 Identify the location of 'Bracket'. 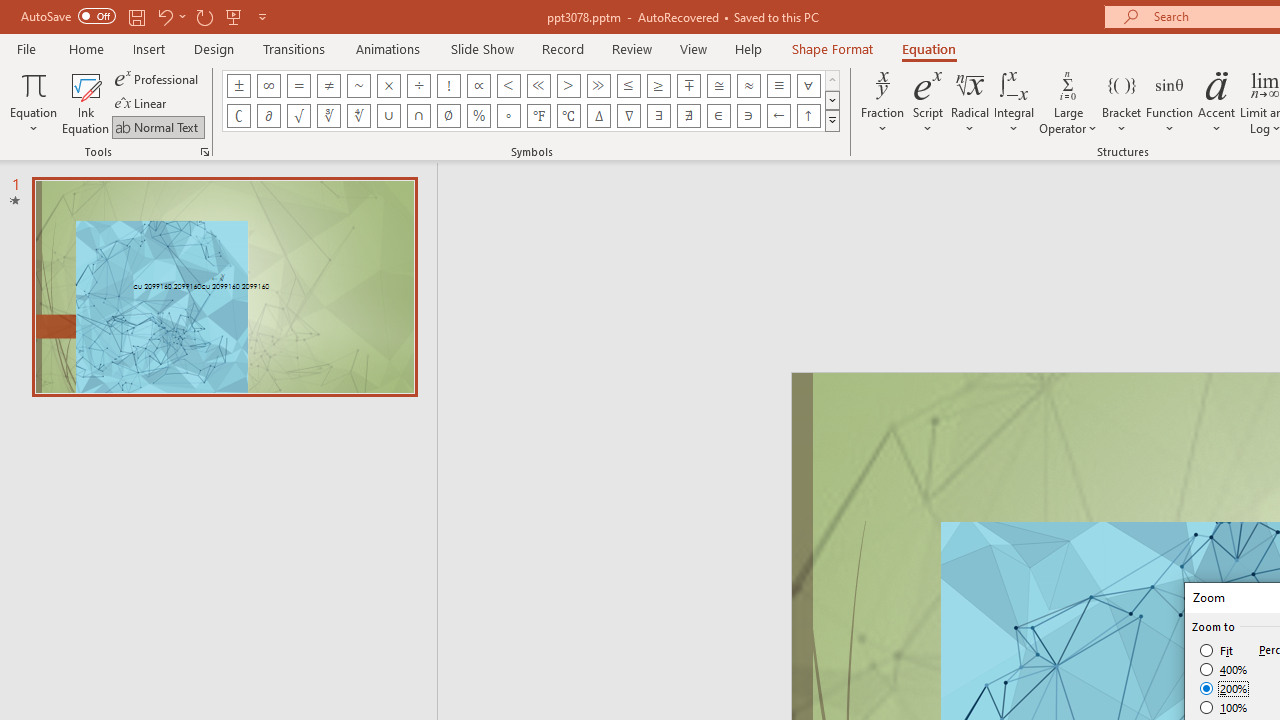
(1121, 103).